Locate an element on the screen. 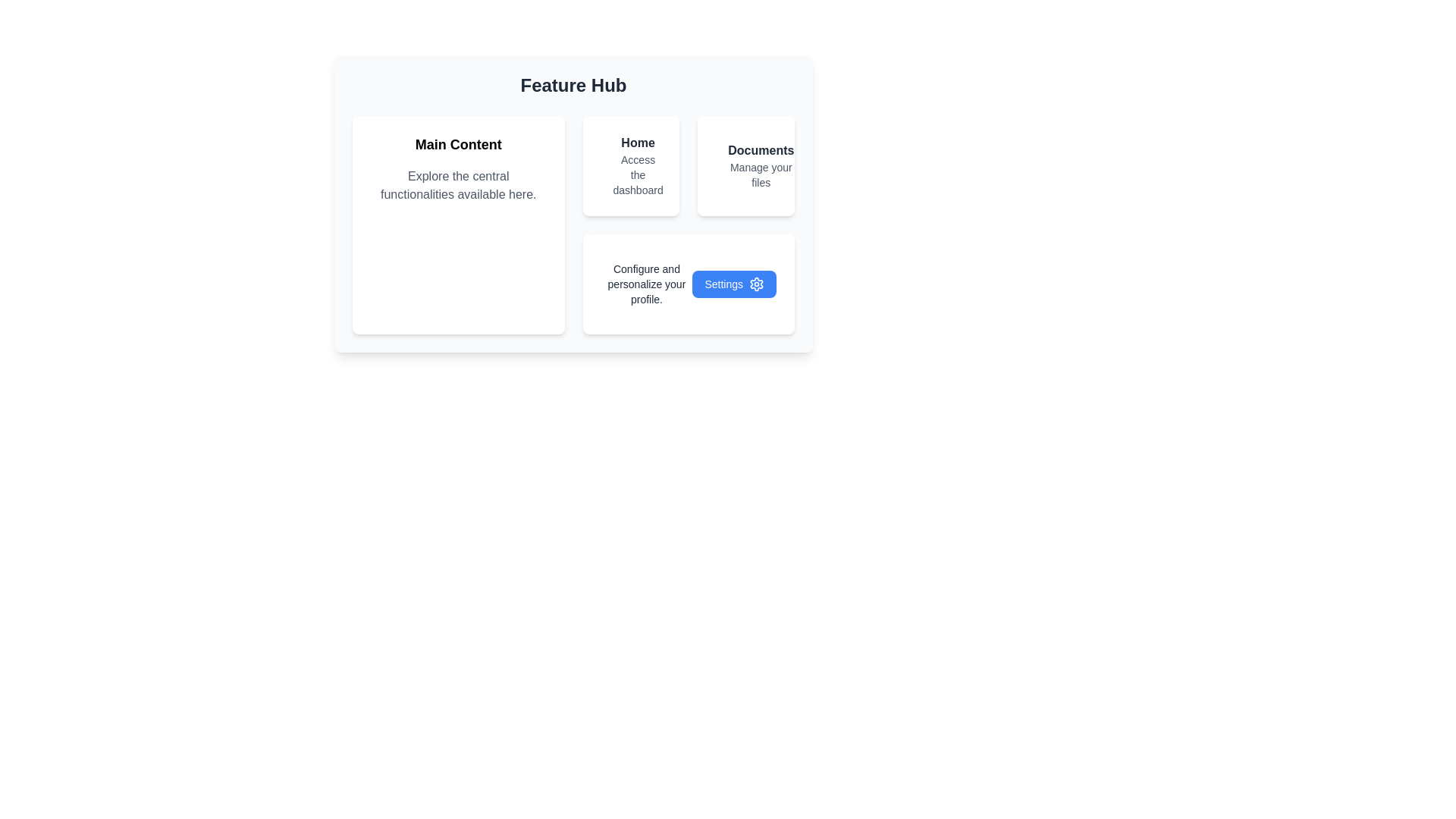  the informational card titled 'Home' that has a description 'Access the dashboard', which is a rectangular box with rounded corners located in the grid layout is located at coordinates (631, 166).